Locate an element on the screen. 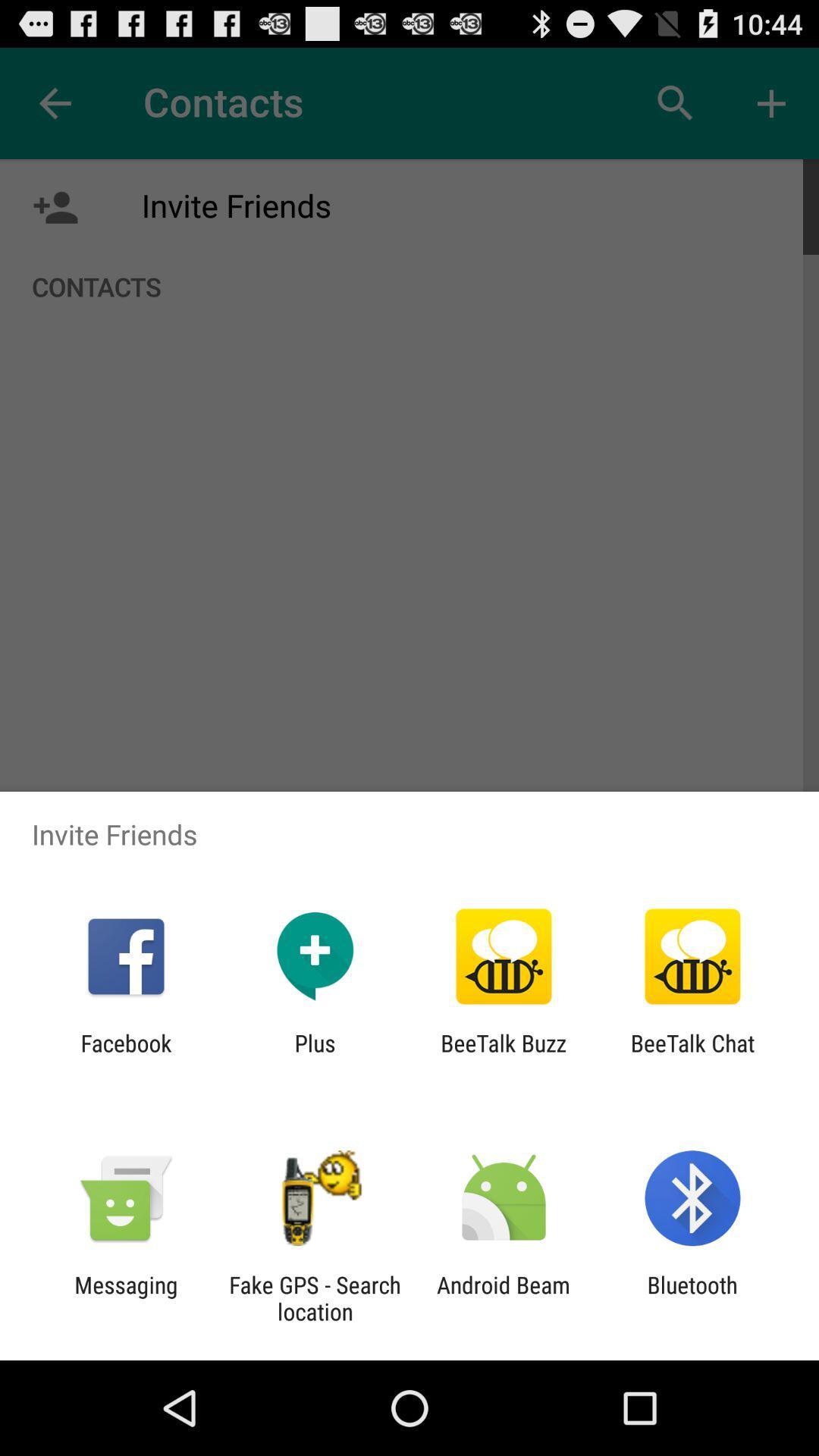 The height and width of the screenshot is (1456, 819). the item to the left of fake gps search app is located at coordinates (125, 1298).